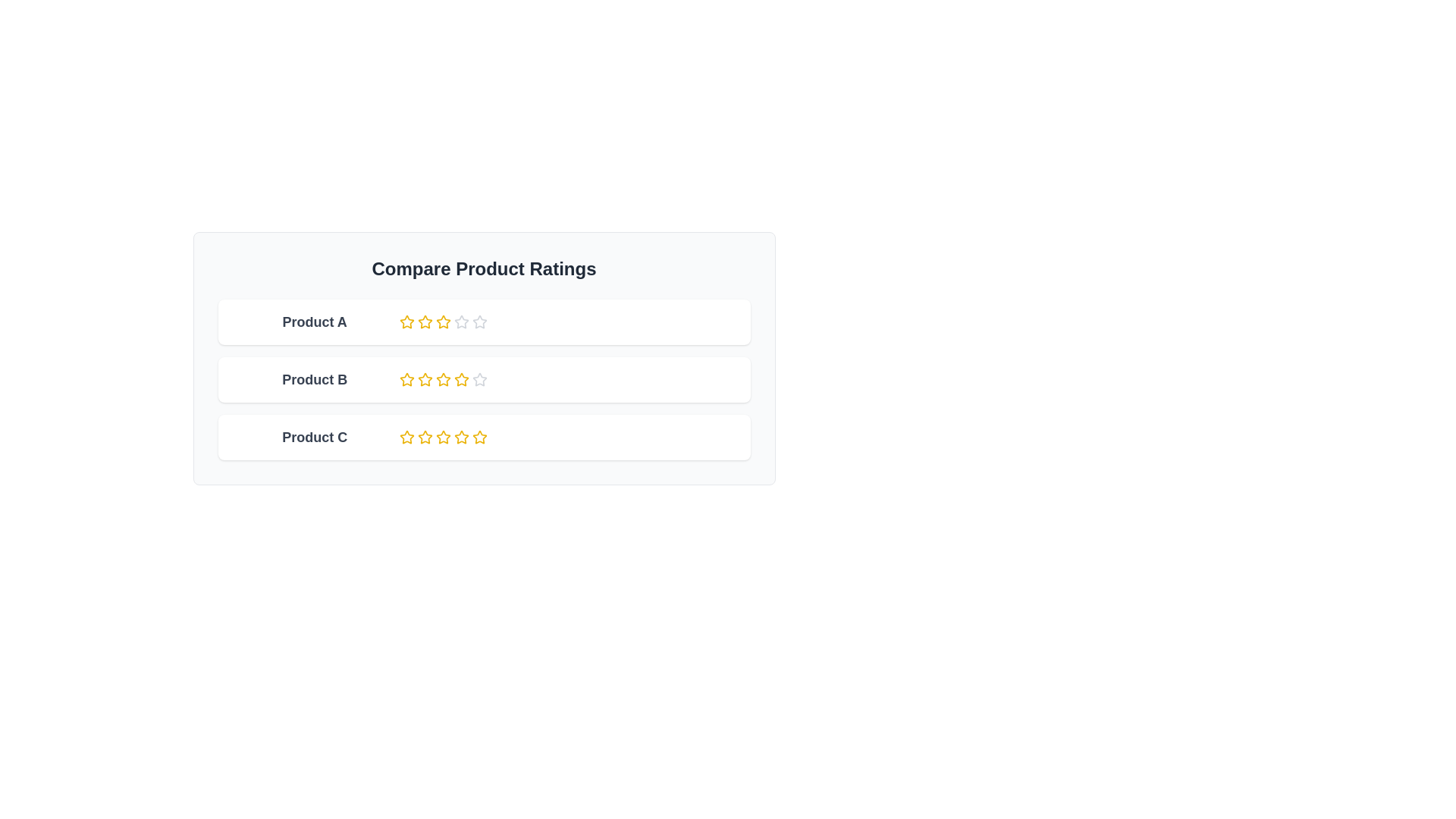  What do you see at coordinates (406, 438) in the screenshot?
I see `the first star icon in the rating row for 'Product C', which is located in the third row of the product list` at bounding box center [406, 438].